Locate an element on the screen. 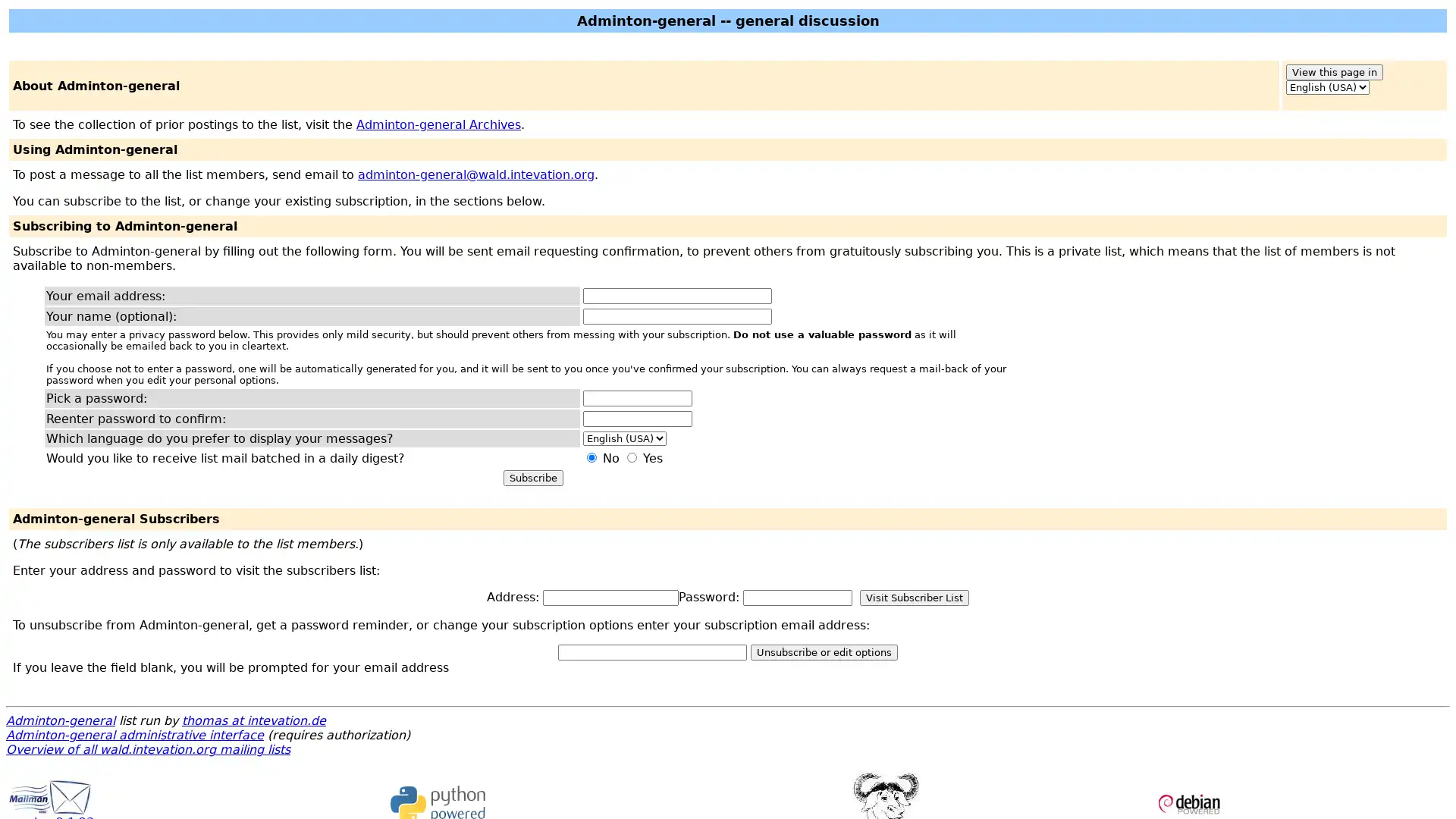 The width and height of the screenshot is (1456, 819). Subscribe is located at coordinates (532, 478).